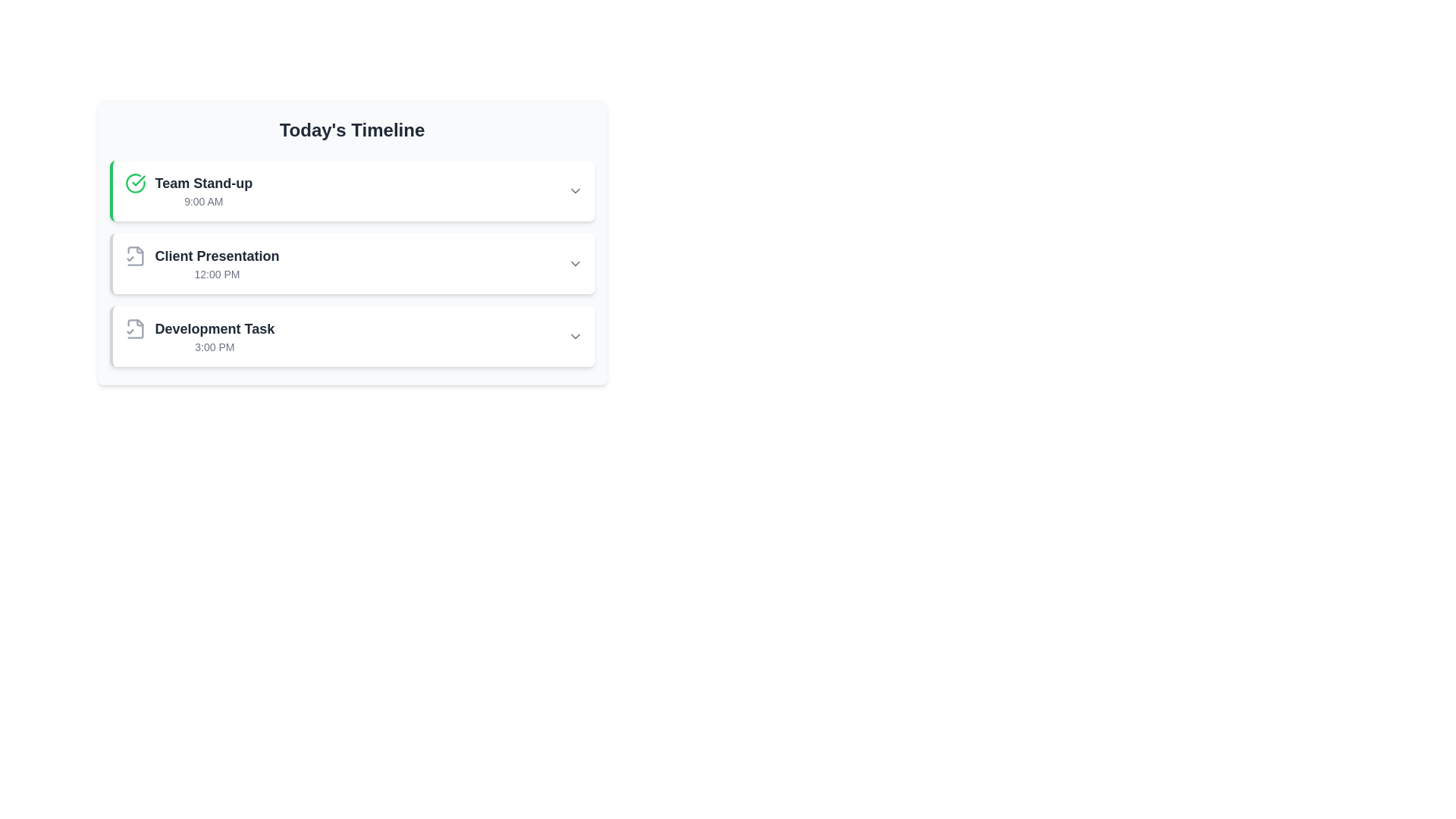  Describe the element at coordinates (199, 335) in the screenshot. I see `the timeline entry labeled 'Development Task' scheduled for '3:00 PM', which is the third item in the vertical list titled 'Today's Timeline'` at that location.